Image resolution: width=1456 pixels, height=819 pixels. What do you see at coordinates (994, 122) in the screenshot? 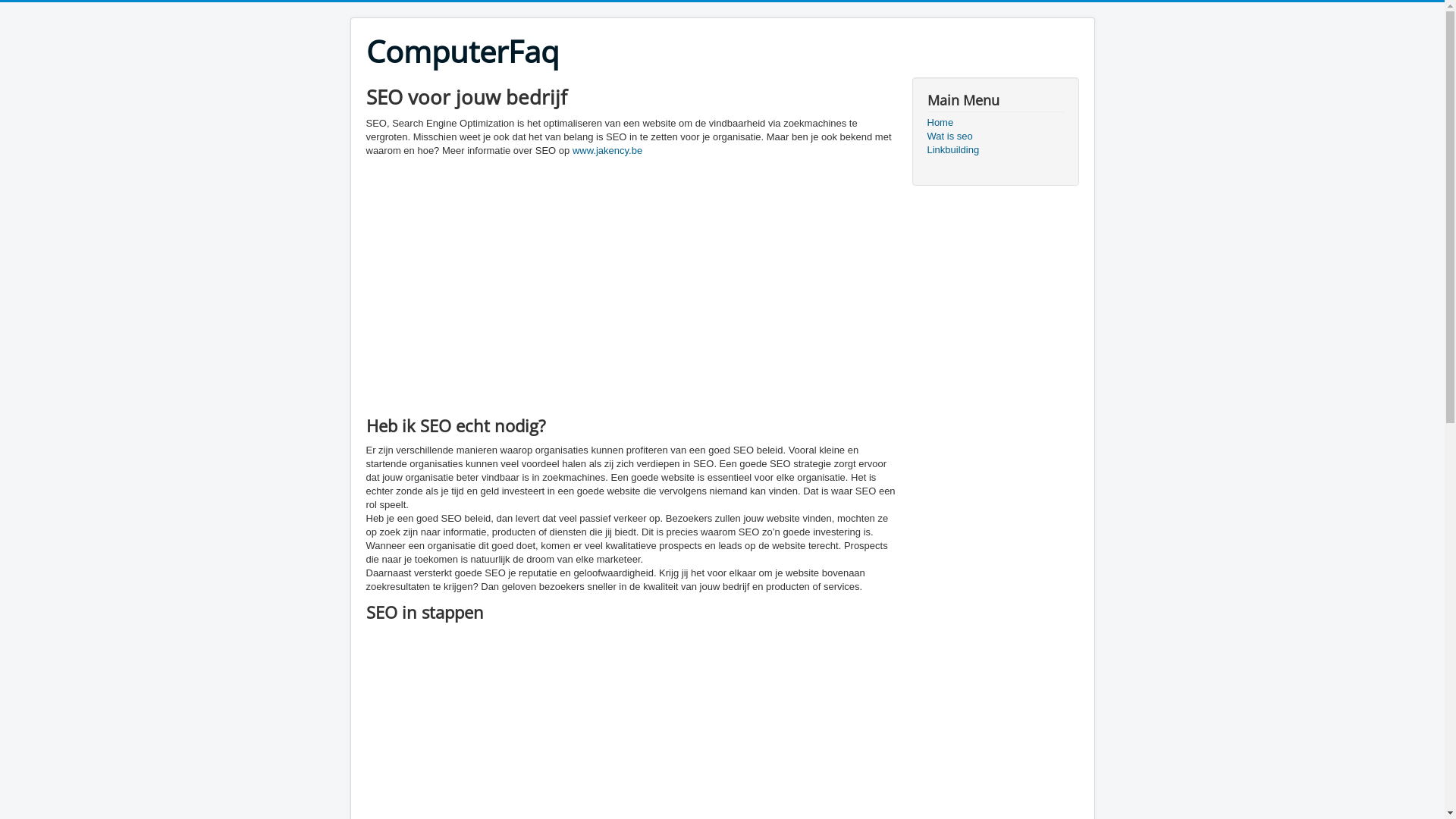
I see `'Home'` at bounding box center [994, 122].